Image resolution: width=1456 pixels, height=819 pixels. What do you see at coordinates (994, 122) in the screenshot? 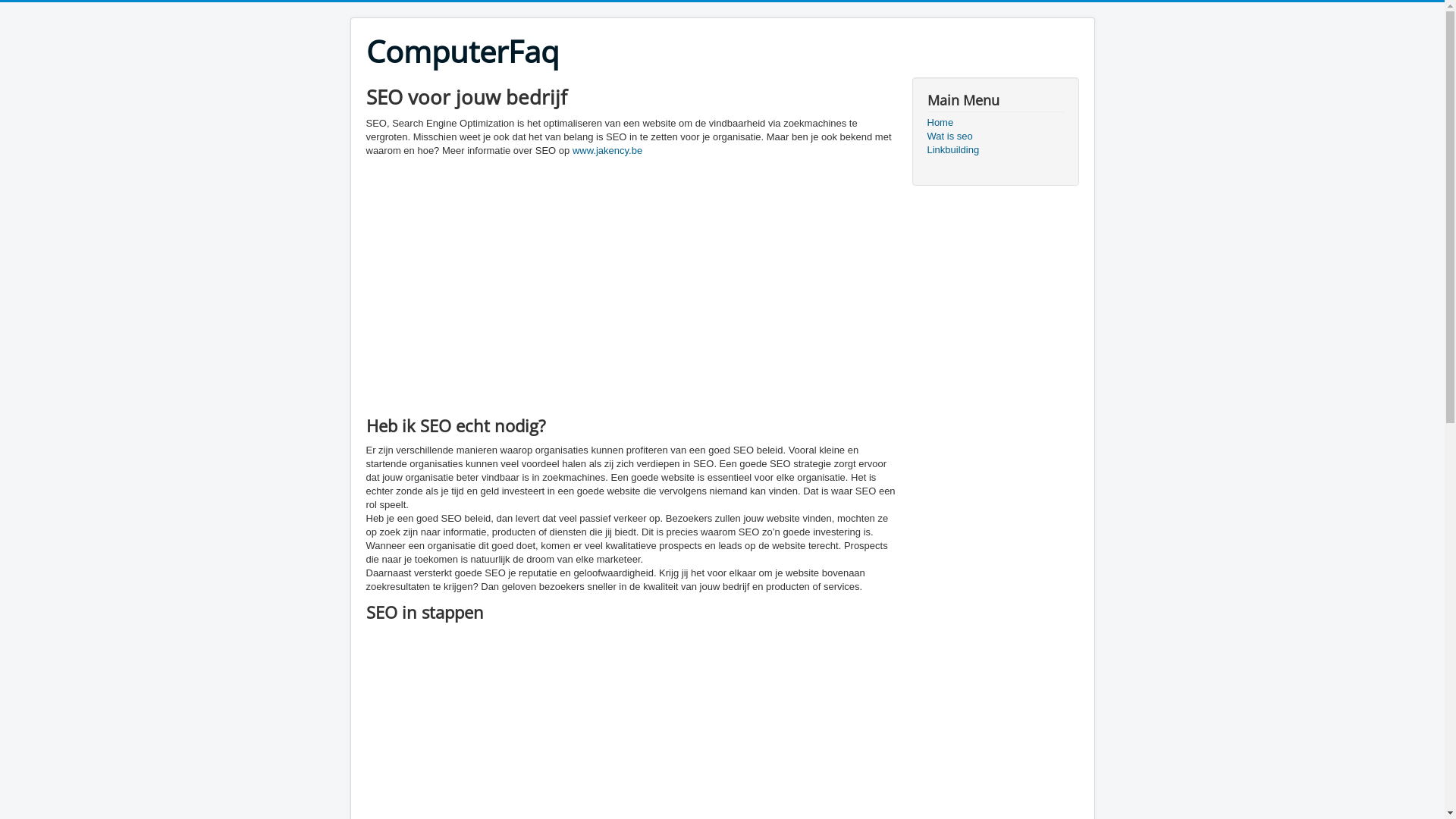
I see `'Home'` at bounding box center [994, 122].